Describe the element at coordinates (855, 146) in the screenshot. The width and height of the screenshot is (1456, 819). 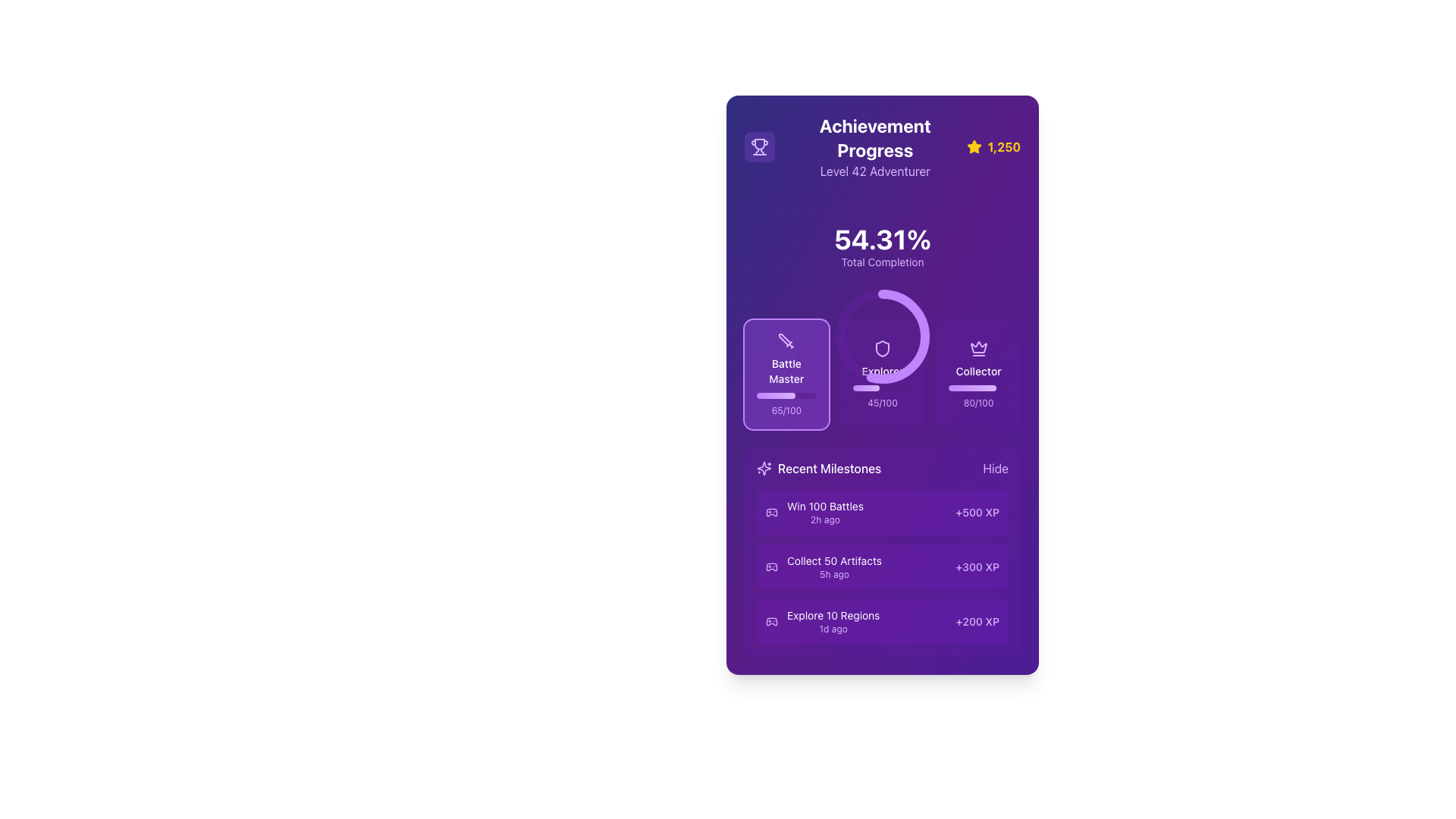
I see `the title section text block that provides information about the user's achievement progress and current level` at that location.